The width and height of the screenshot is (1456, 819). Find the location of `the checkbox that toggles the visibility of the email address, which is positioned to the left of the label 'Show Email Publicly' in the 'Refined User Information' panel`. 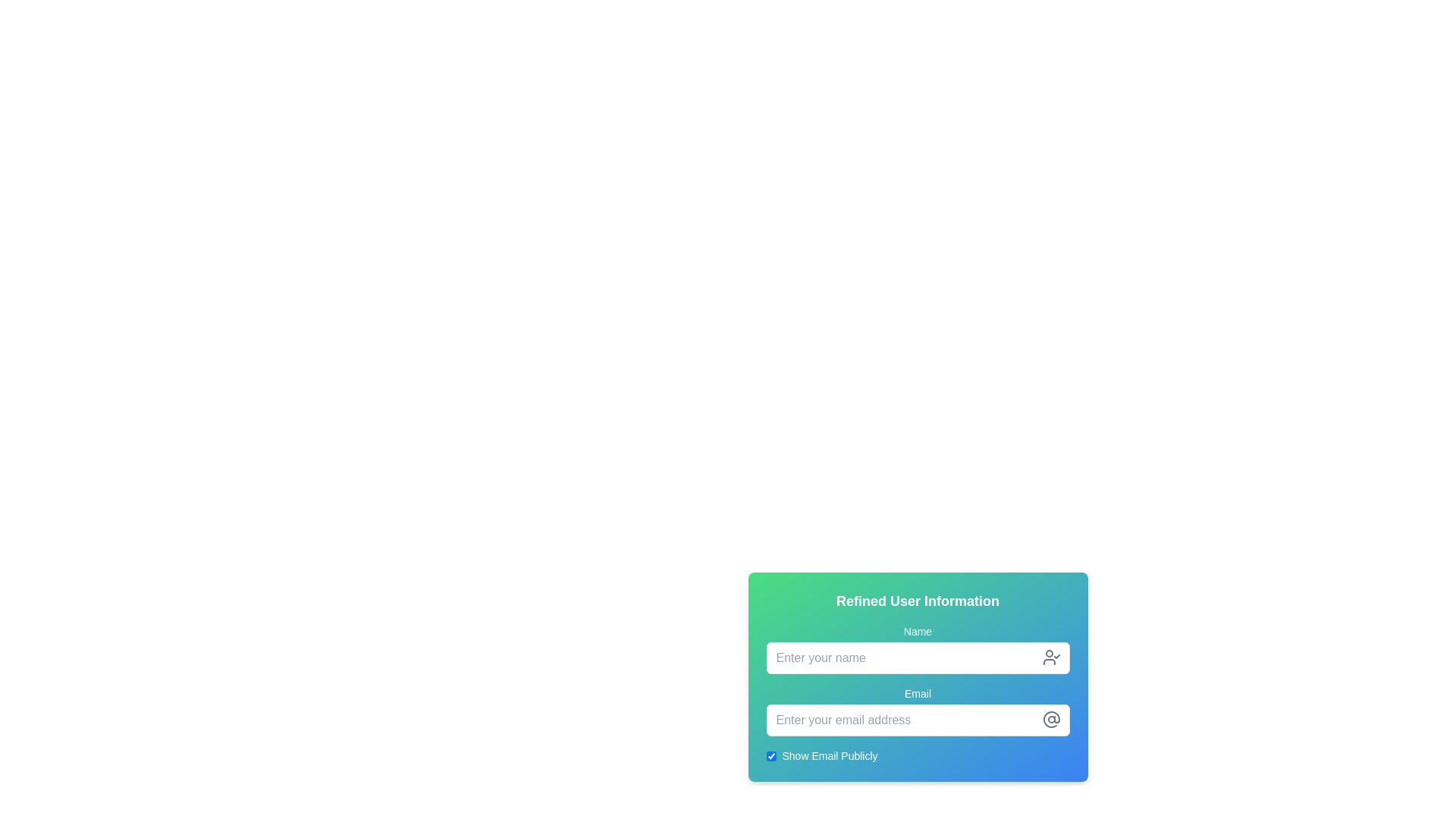

the checkbox that toggles the visibility of the email address, which is positioned to the left of the label 'Show Email Publicly' in the 'Refined User Information' panel is located at coordinates (771, 755).